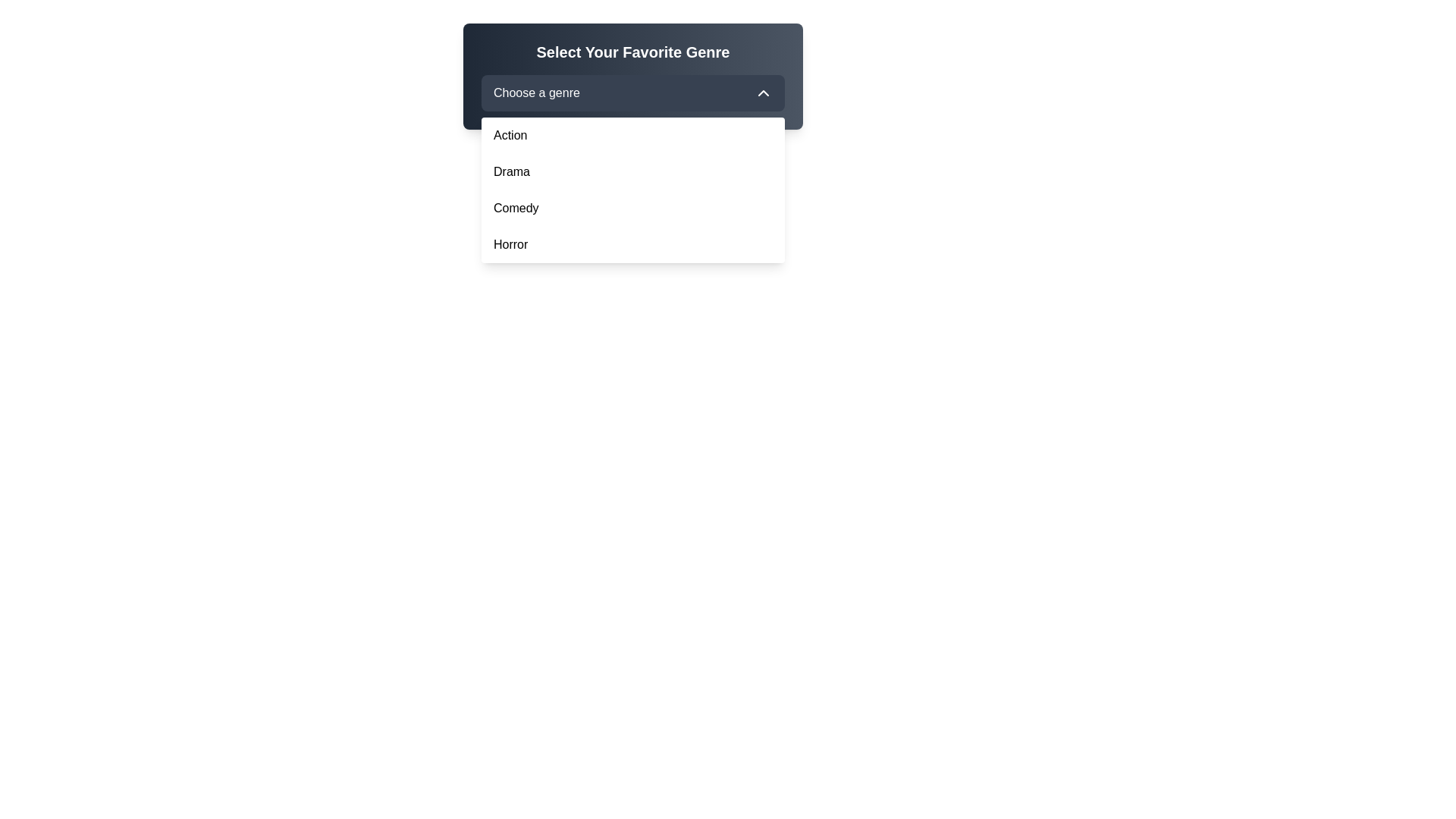 The width and height of the screenshot is (1456, 819). I want to click on the 'Drama' label, which is the second item in the dropdown menu under 'Choose a genre', so click(512, 171).